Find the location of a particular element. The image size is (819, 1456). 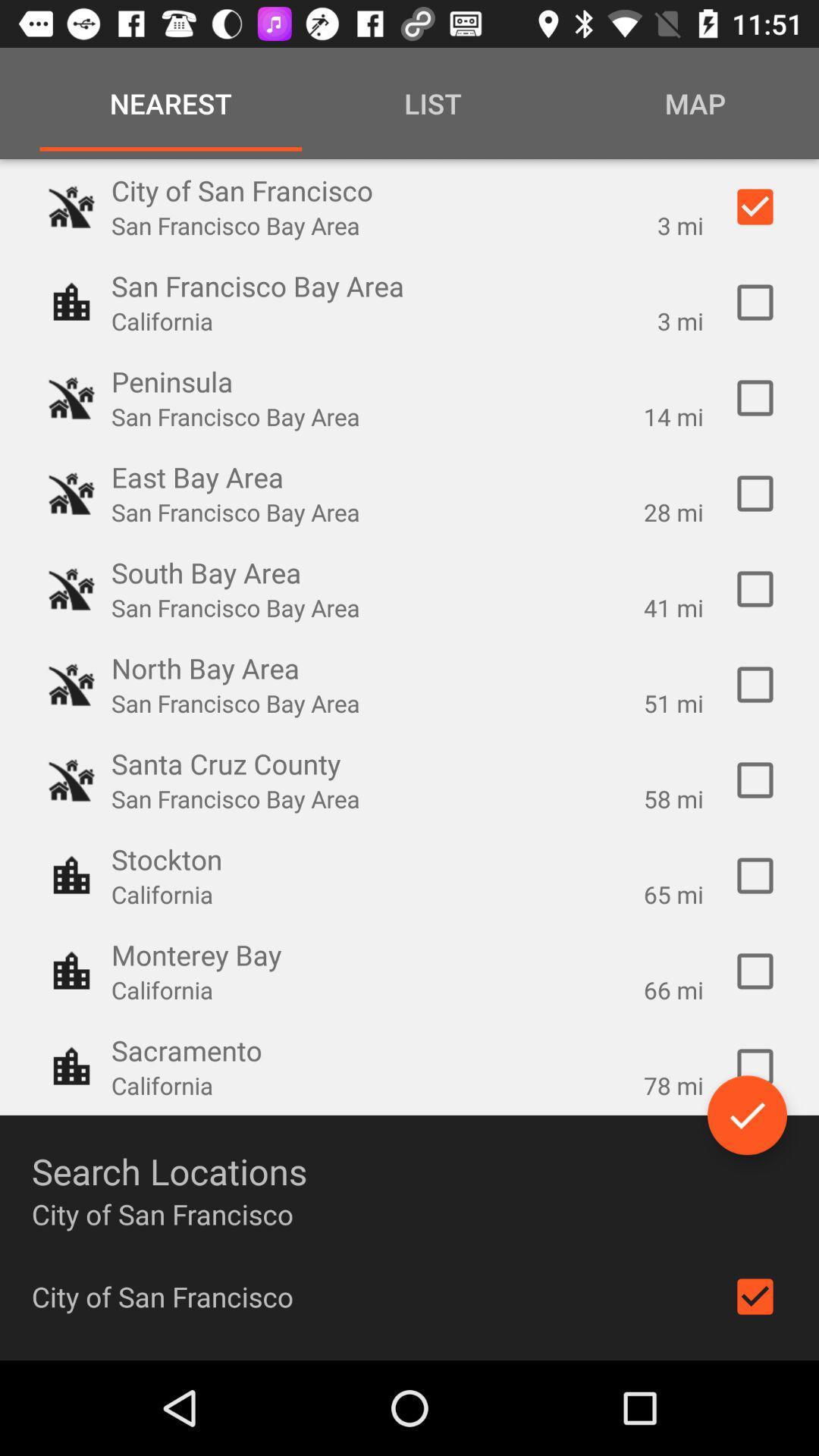

check the box is located at coordinates (755, 683).